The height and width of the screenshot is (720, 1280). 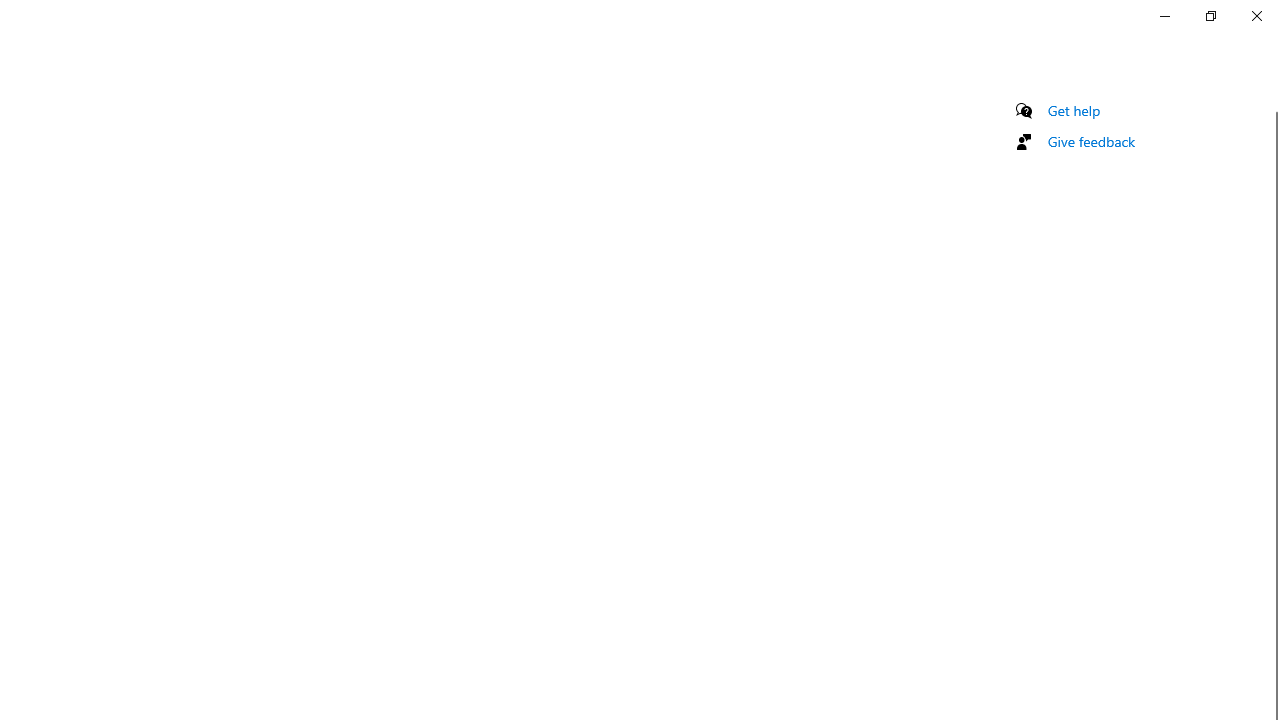 What do you see at coordinates (1073, 110) in the screenshot?
I see `'Get help'` at bounding box center [1073, 110].